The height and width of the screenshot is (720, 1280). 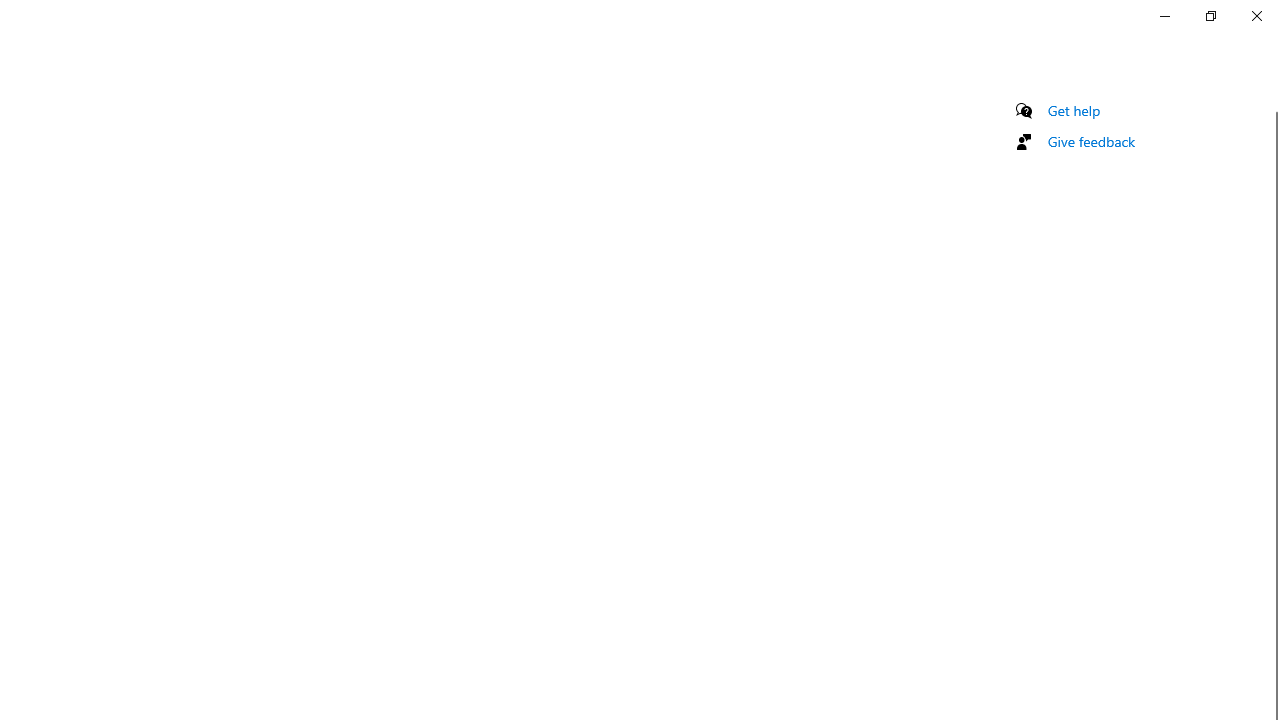 What do you see at coordinates (1073, 110) in the screenshot?
I see `'Get help'` at bounding box center [1073, 110].